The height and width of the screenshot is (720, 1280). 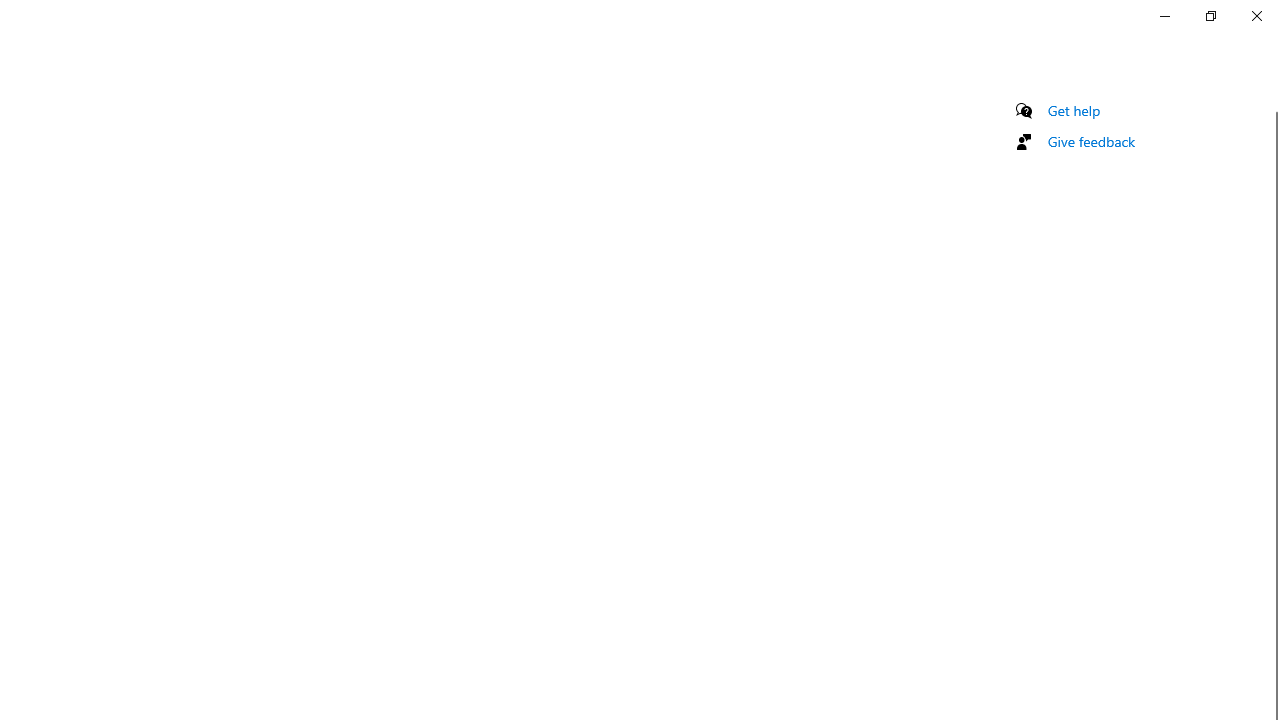 What do you see at coordinates (1073, 110) in the screenshot?
I see `'Get help'` at bounding box center [1073, 110].